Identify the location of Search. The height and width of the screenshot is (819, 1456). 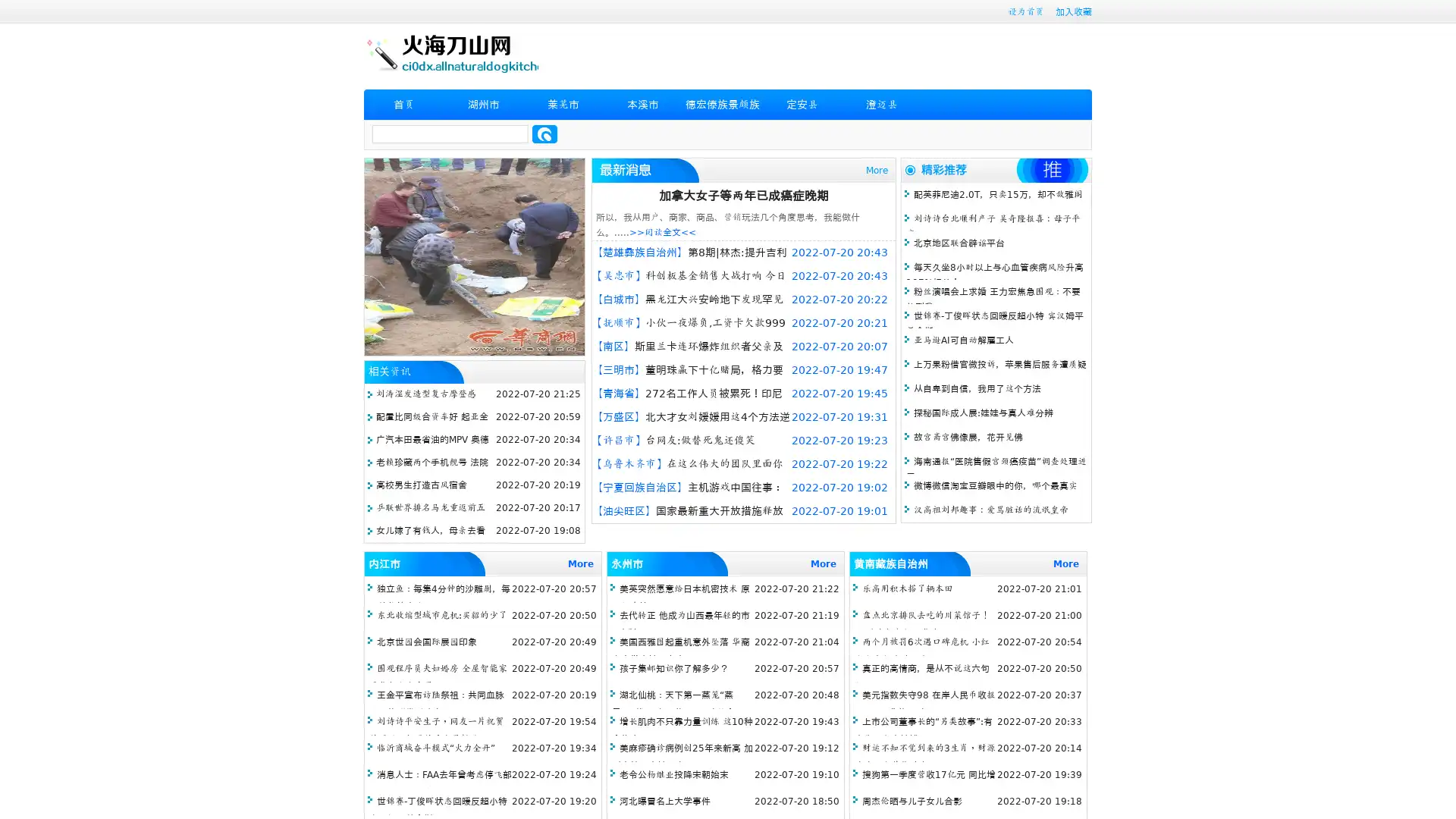
(544, 133).